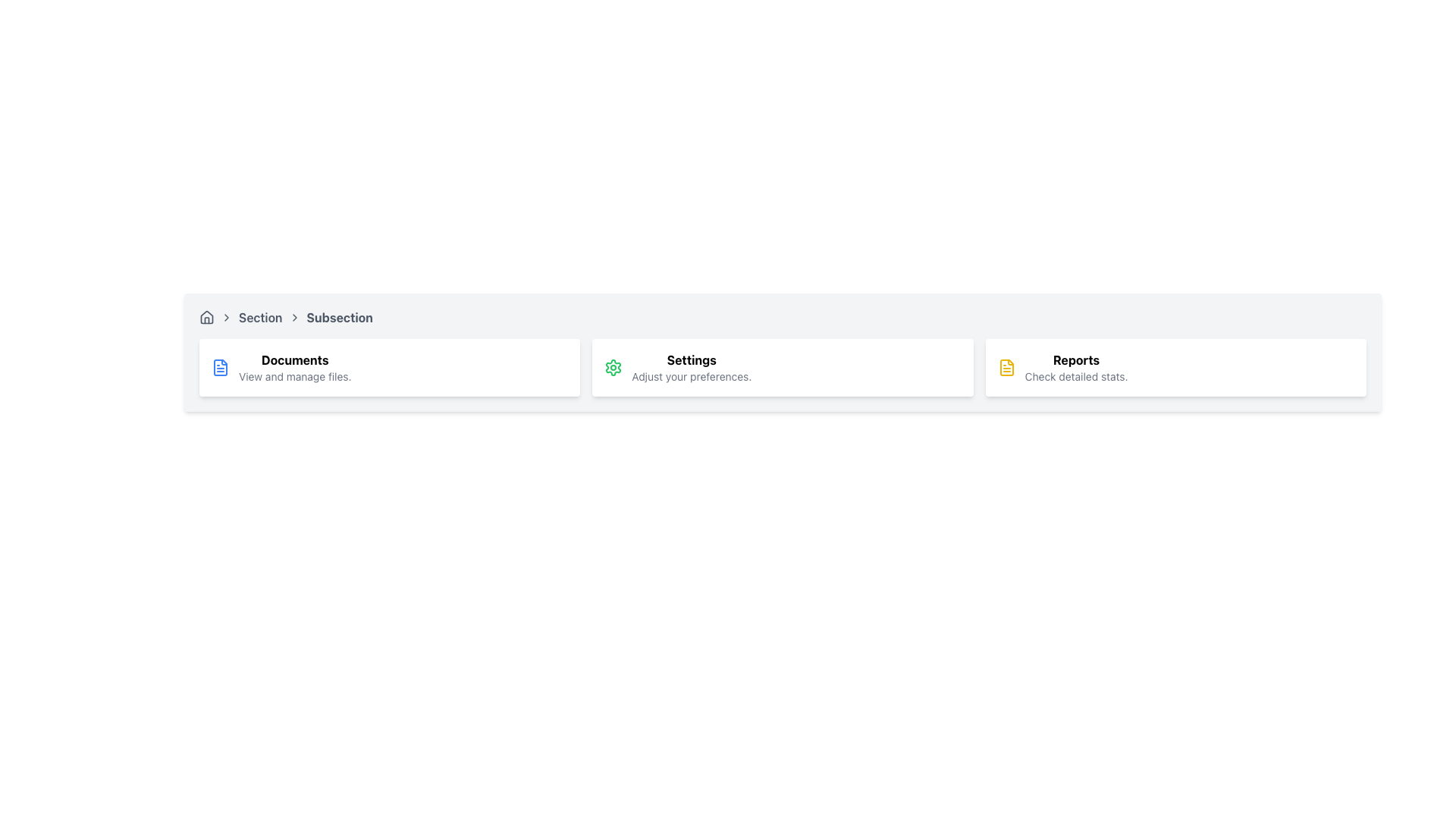  Describe the element at coordinates (1006, 368) in the screenshot. I see `the small document icon with a yellow background located at the left end of the 'Reports' section in the rightmost card under the 'Subsection'` at that location.